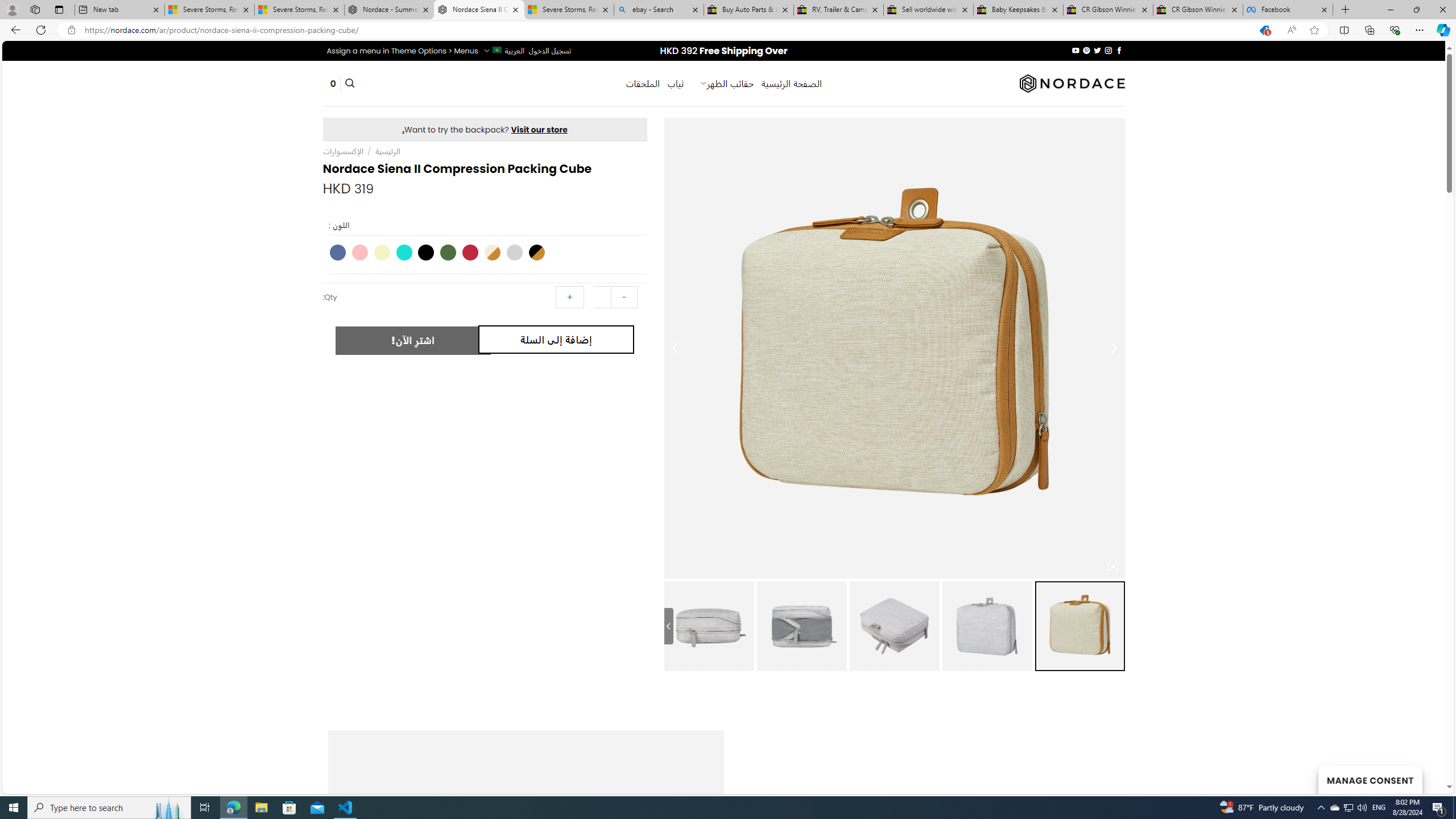 This screenshot has width=1456, height=819. What do you see at coordinates (1345, 9) in the screenshot?
I see `'New Tab'` at bounding box center [1345, 9].